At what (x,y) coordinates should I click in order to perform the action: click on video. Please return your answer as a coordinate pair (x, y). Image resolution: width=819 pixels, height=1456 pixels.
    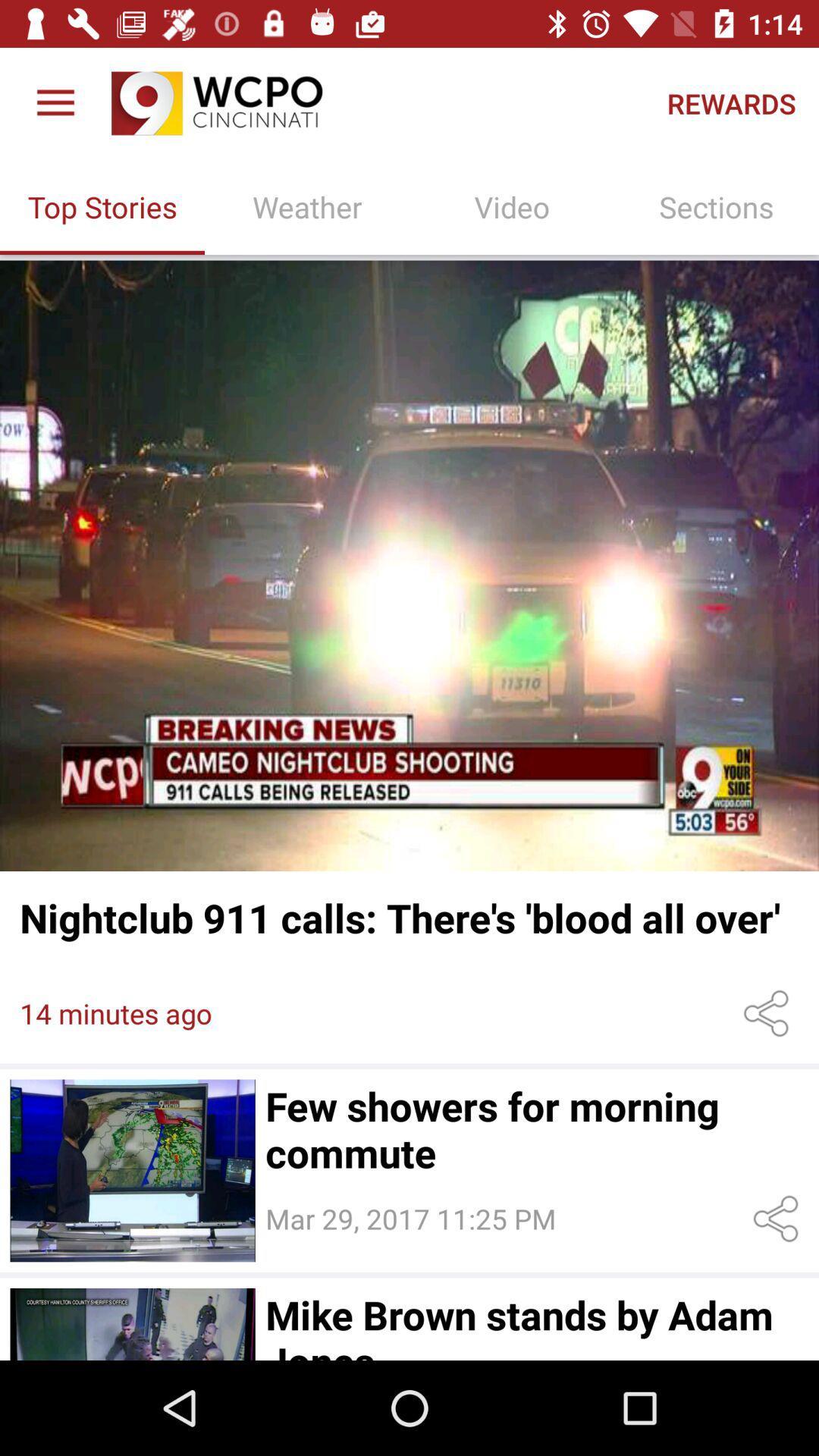
    Looking at the image, I should click on (409, 565).